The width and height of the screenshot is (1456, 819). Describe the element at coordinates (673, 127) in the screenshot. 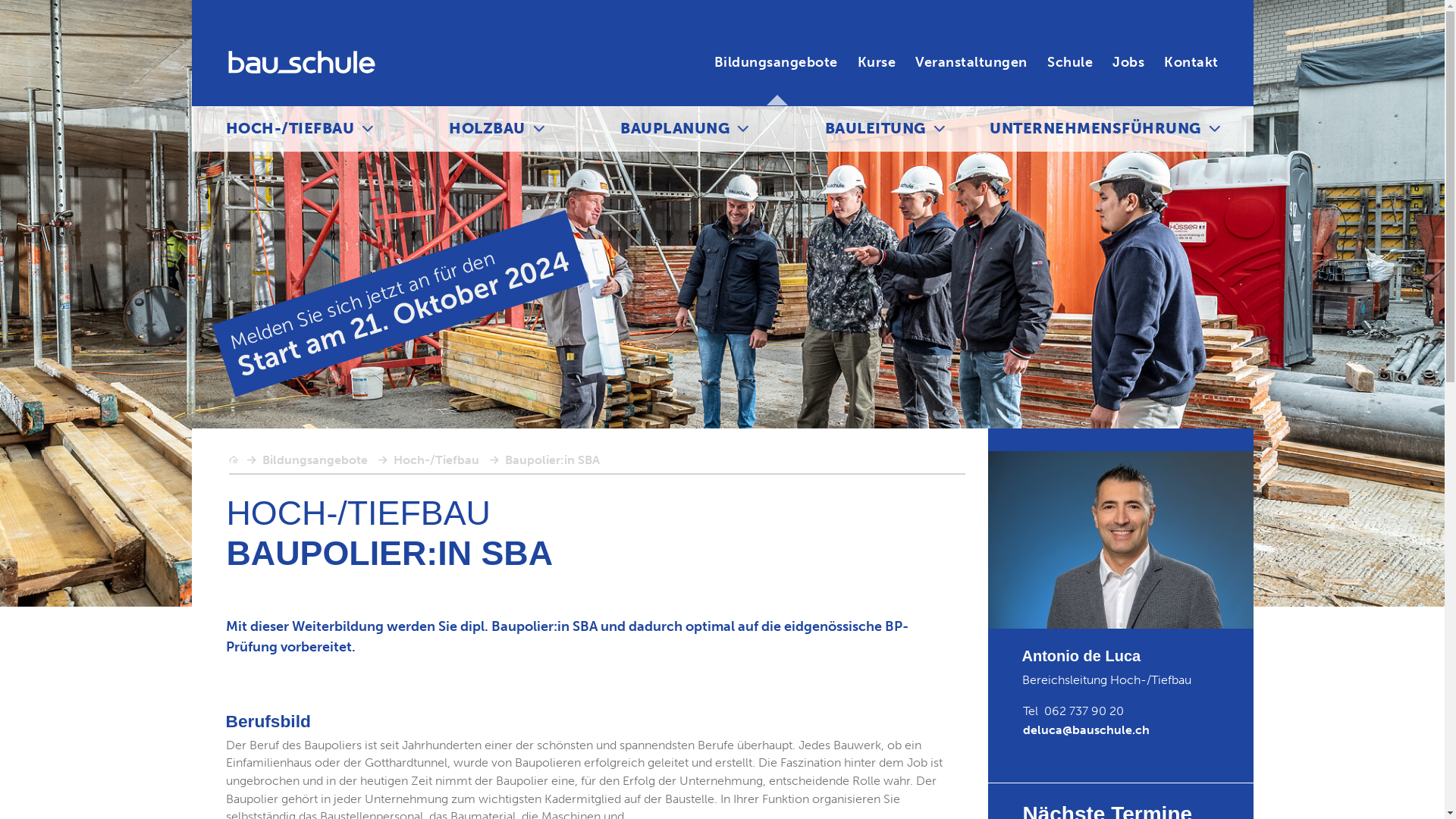

I see `'BAUPLANUNG'` at that location.